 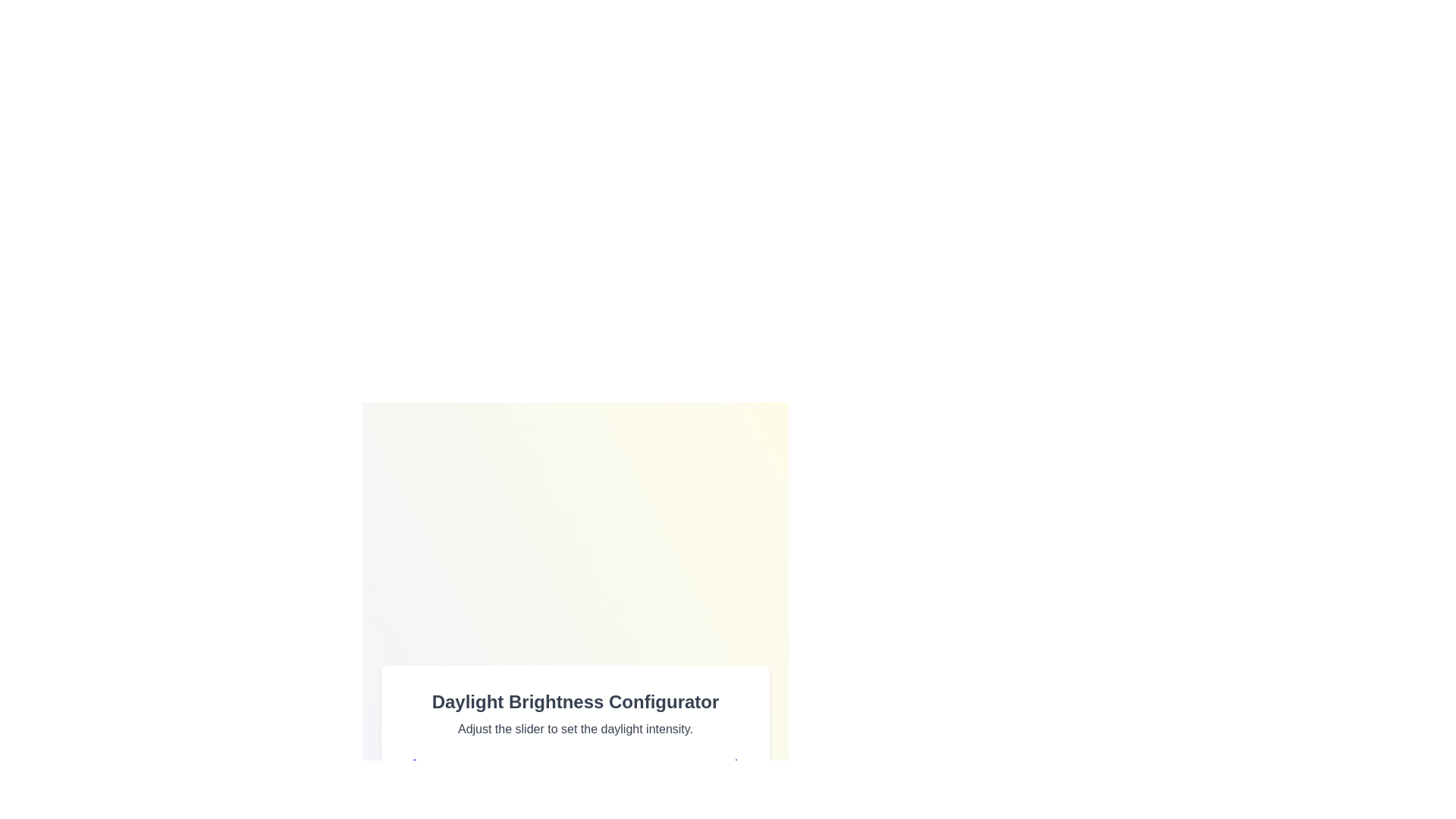 What do you see at coordinates (707, 800) in the screenshot?
I see `the brightness slider to set the daylight intensity to 89%` at bounding box center [707, 800].